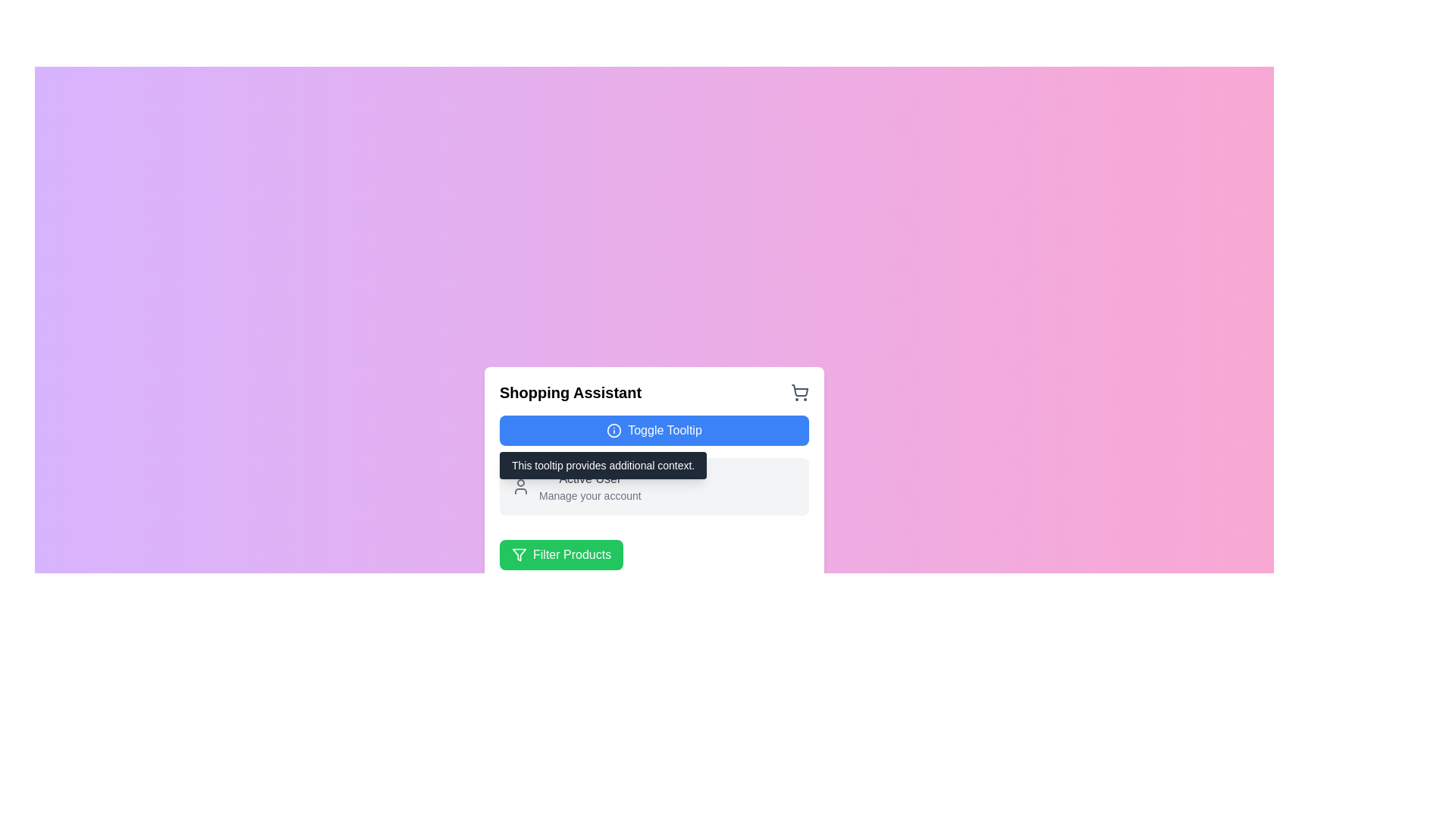 The height and width of the screenshot is (819, 1456). I want to click on the user-related information icon located to the left of the 'Active User' section with the subtitle 'Manage your account.', so click(520, 486).